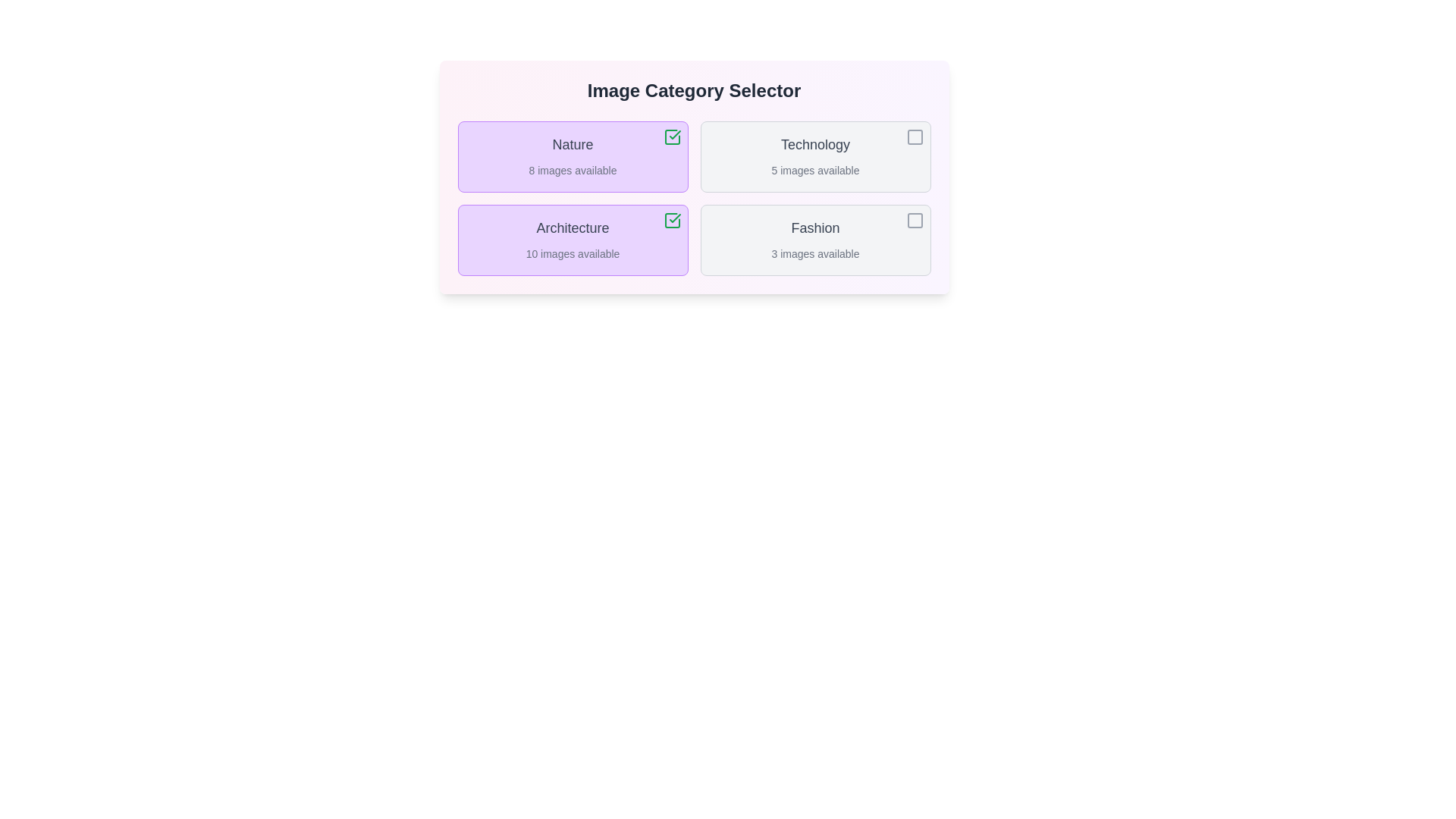 The width and height of the screenshot is (1456, 819). What do you see at coordinates (572, 239) in the screenshot?
I see `the category Architecture to observe its hover effect` at bounding box center [572, 239].